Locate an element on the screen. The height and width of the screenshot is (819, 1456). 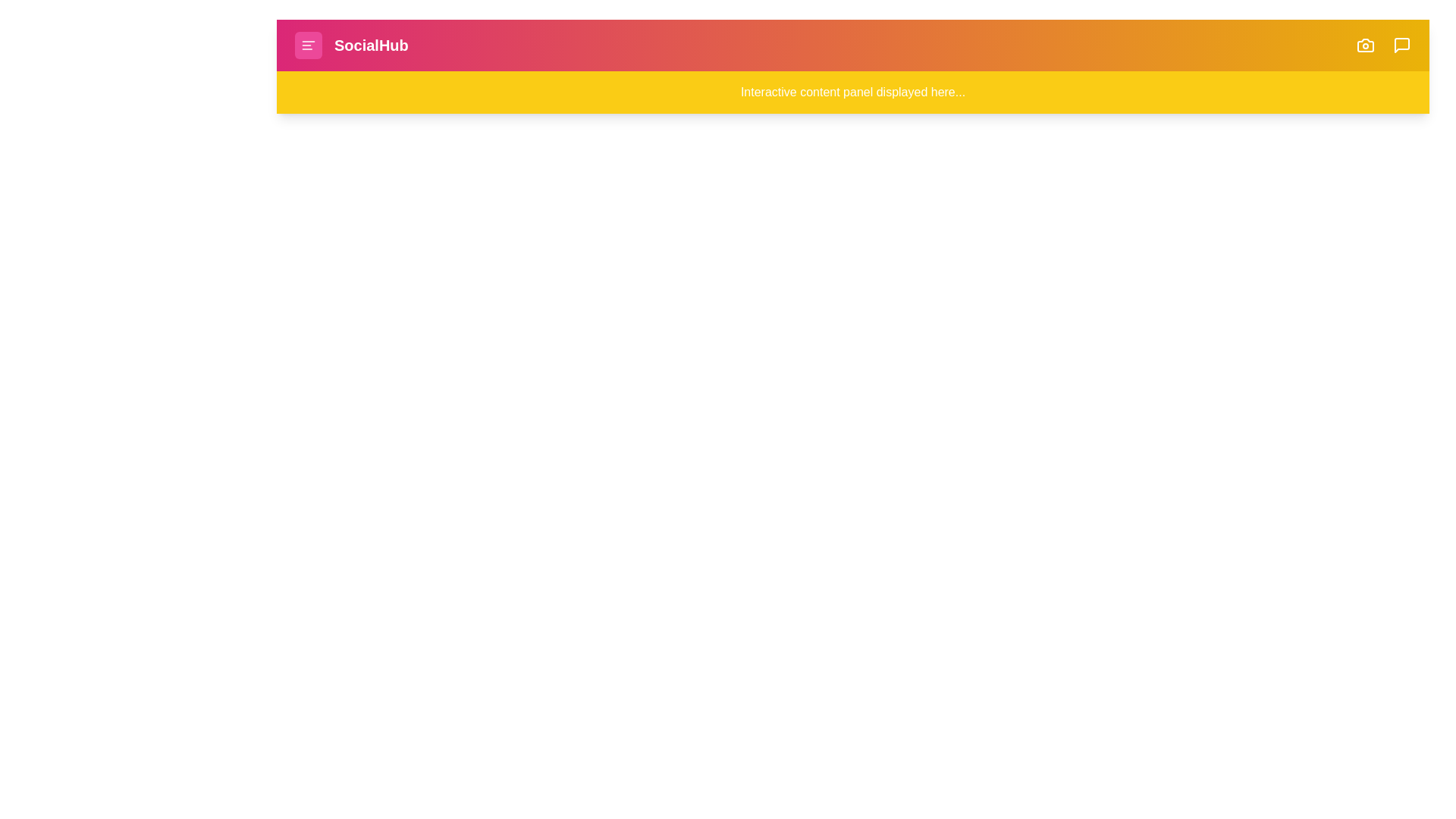
the MessageSquare icon button to open the messaging feature is located at coordinates (1401, 45).